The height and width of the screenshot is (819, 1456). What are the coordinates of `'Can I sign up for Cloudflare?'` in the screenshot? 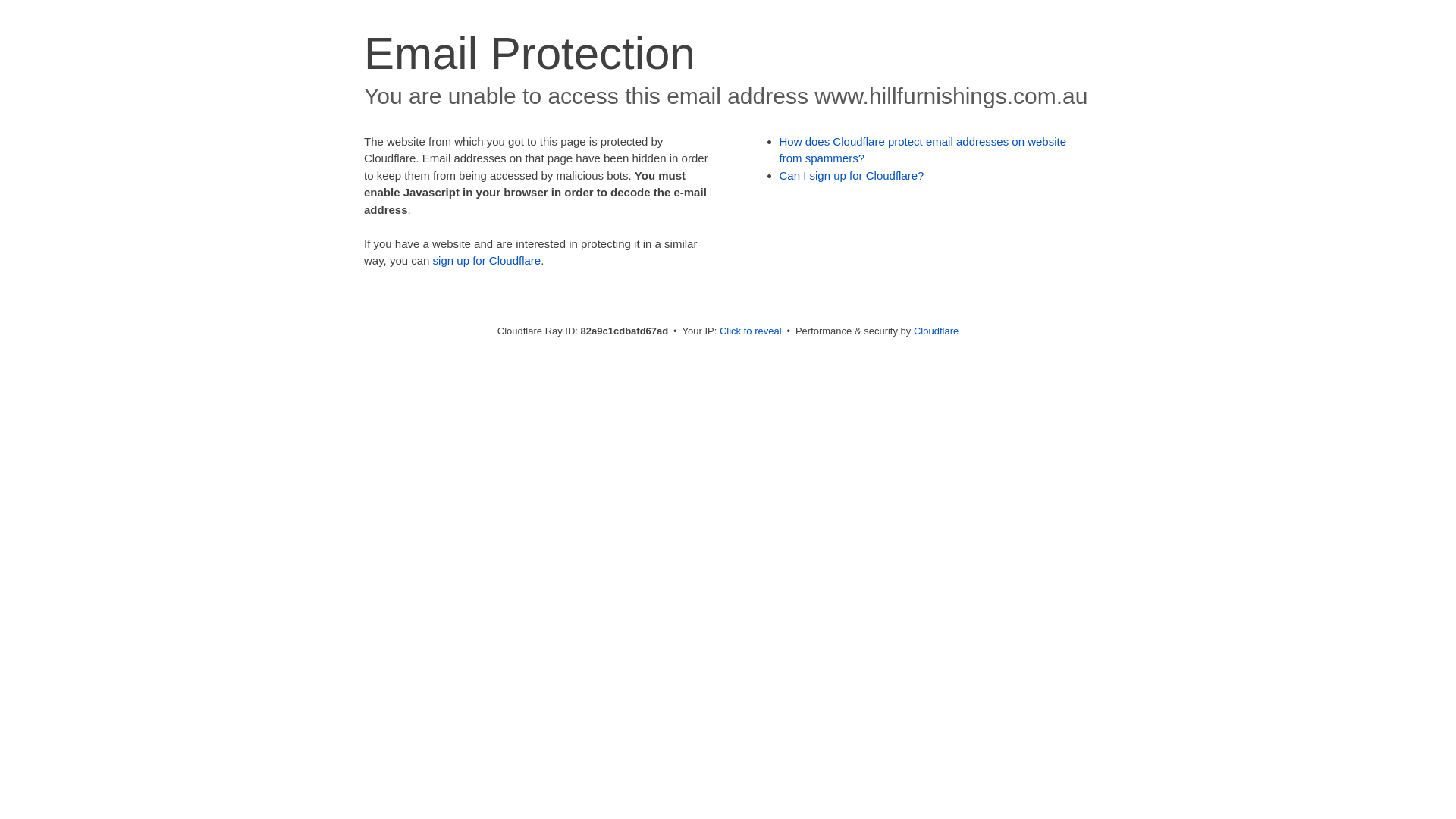 It's located at (852, 174).